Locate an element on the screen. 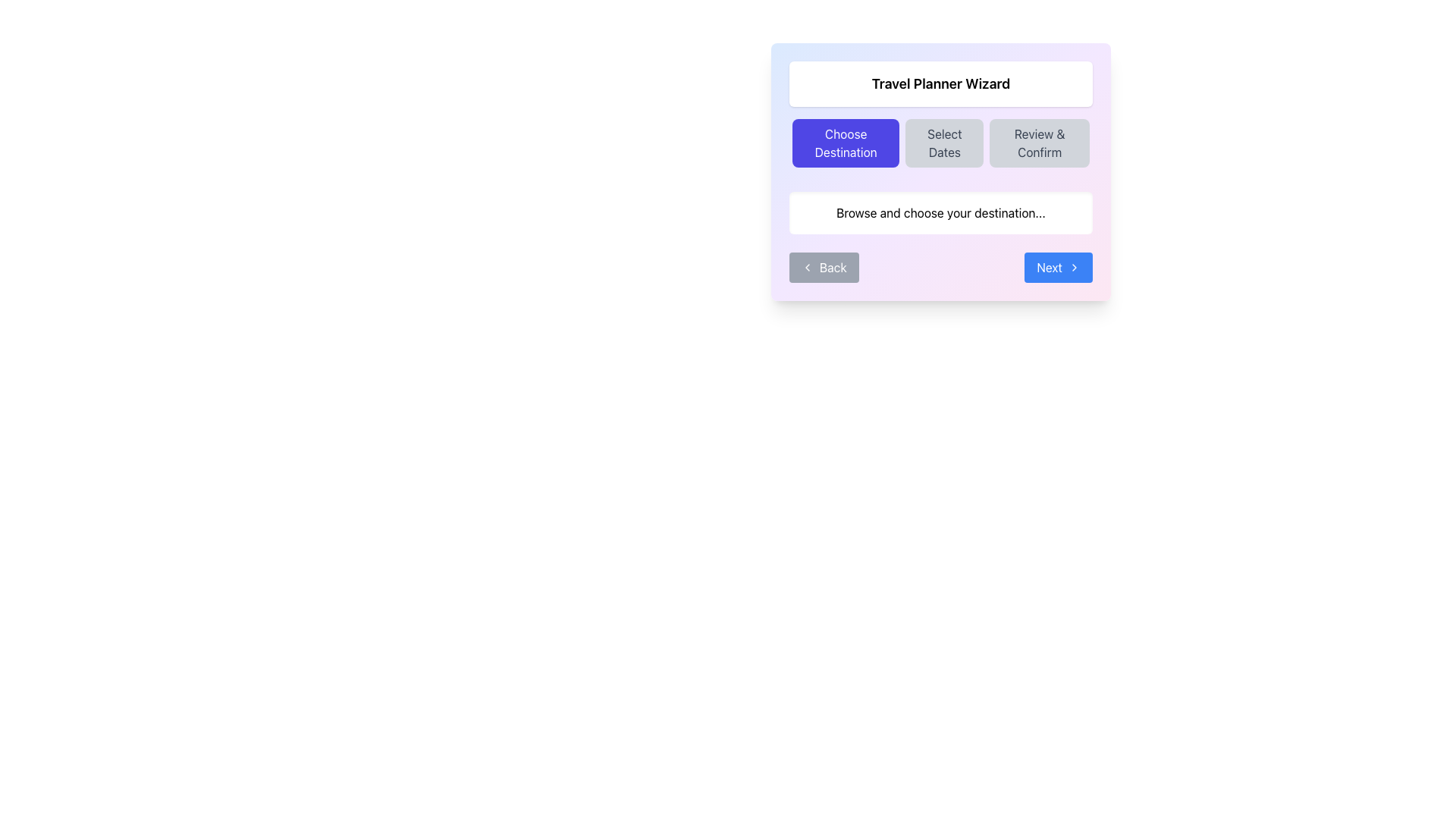  the 'Back' button with a rounded border and gray background is located at coordinates (823, 267).